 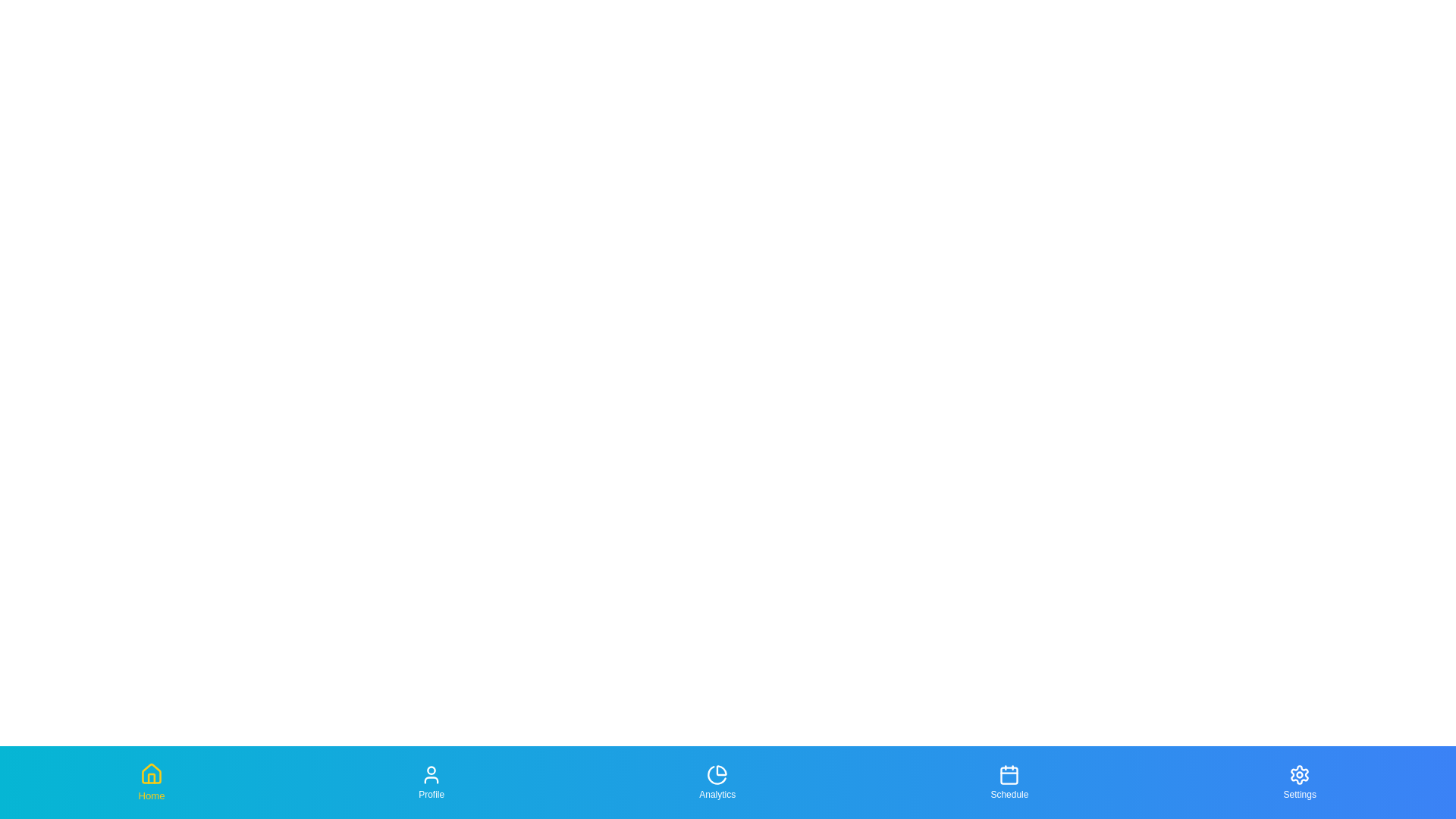 I want to click on the tab labeled Schedule to focus on it, so click(x=1009, y=783).